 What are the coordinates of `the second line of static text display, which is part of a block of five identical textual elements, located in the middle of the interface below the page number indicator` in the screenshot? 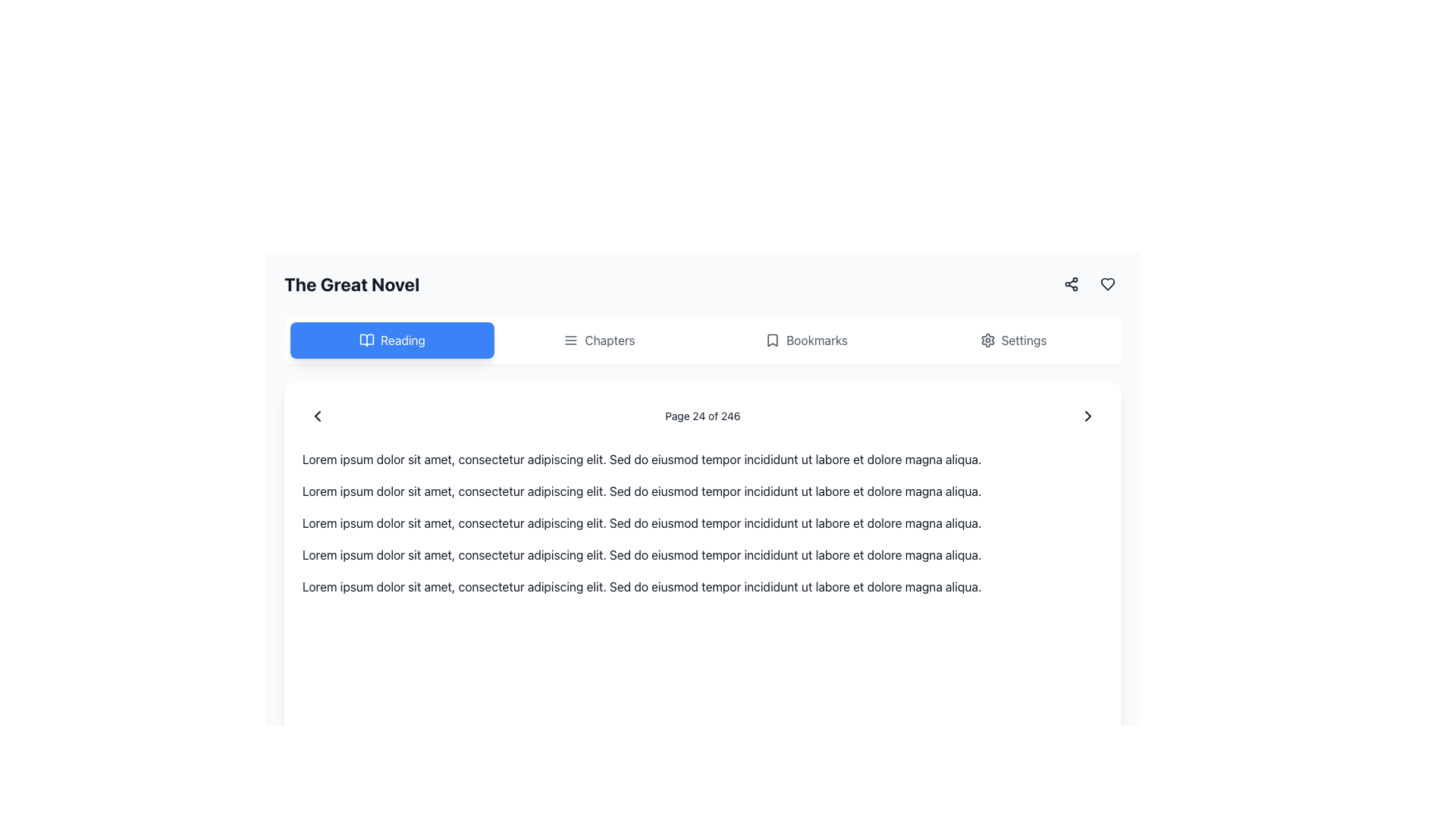 It's located at (701, 491).